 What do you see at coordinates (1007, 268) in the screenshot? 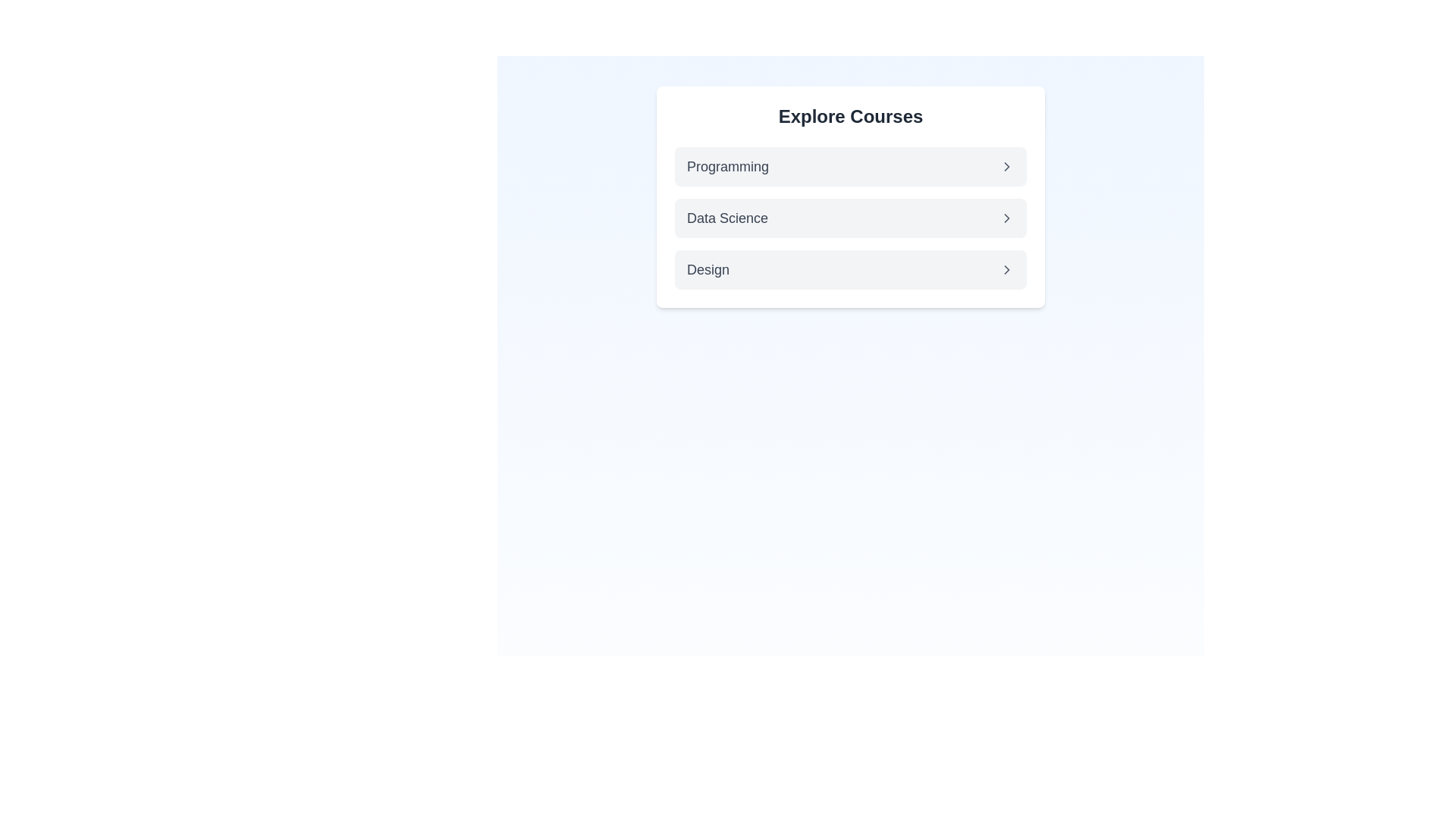
I see `the rightward pointing chevron icon that is located to the right of the text 'Design' in the 'Explore Courses' list` at bounding box center [1007, 268].